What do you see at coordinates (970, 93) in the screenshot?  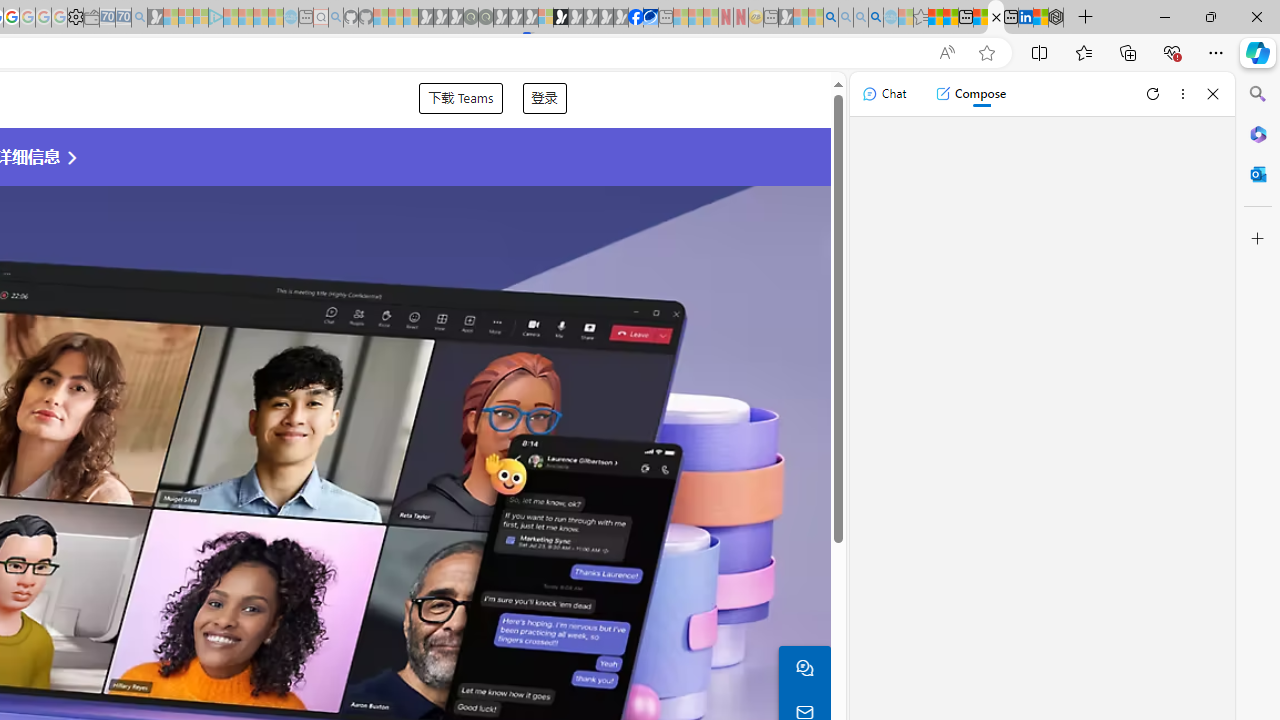 I see `'Compose'` at bounding box center [970, 93].